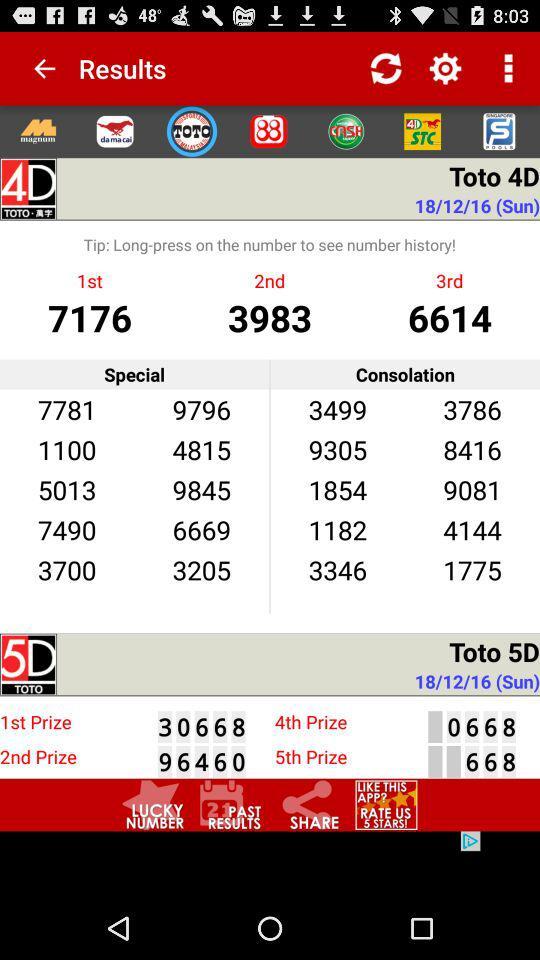 This screenshot has width=540, height=960. What do you see at coordinates (115, 130) in the screenshot?
I see `game with horse icon` at bounding box center [115, 130].